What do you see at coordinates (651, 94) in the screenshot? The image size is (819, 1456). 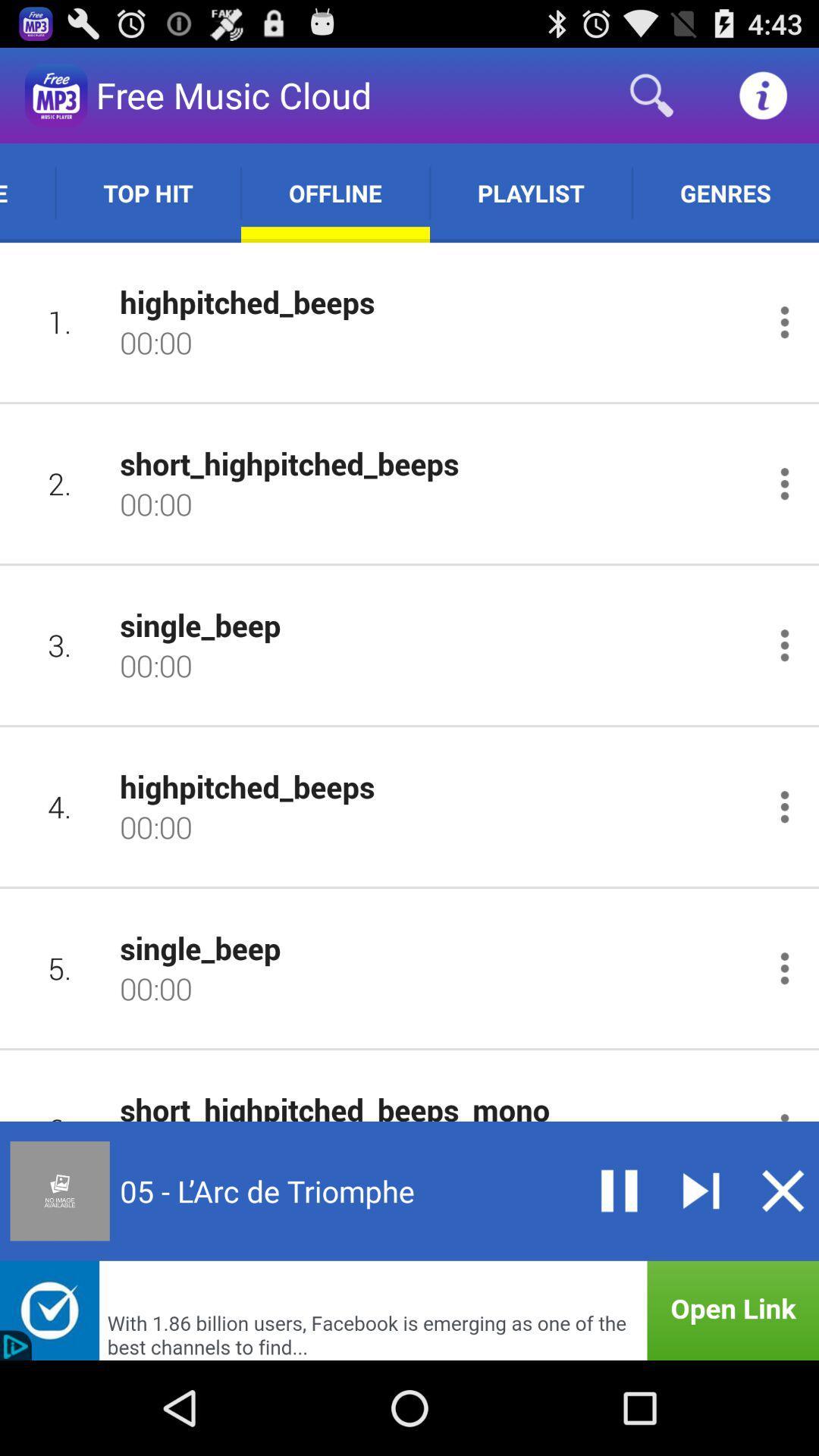 I see `item above the playlist icon` at bounding box center [651, 94].